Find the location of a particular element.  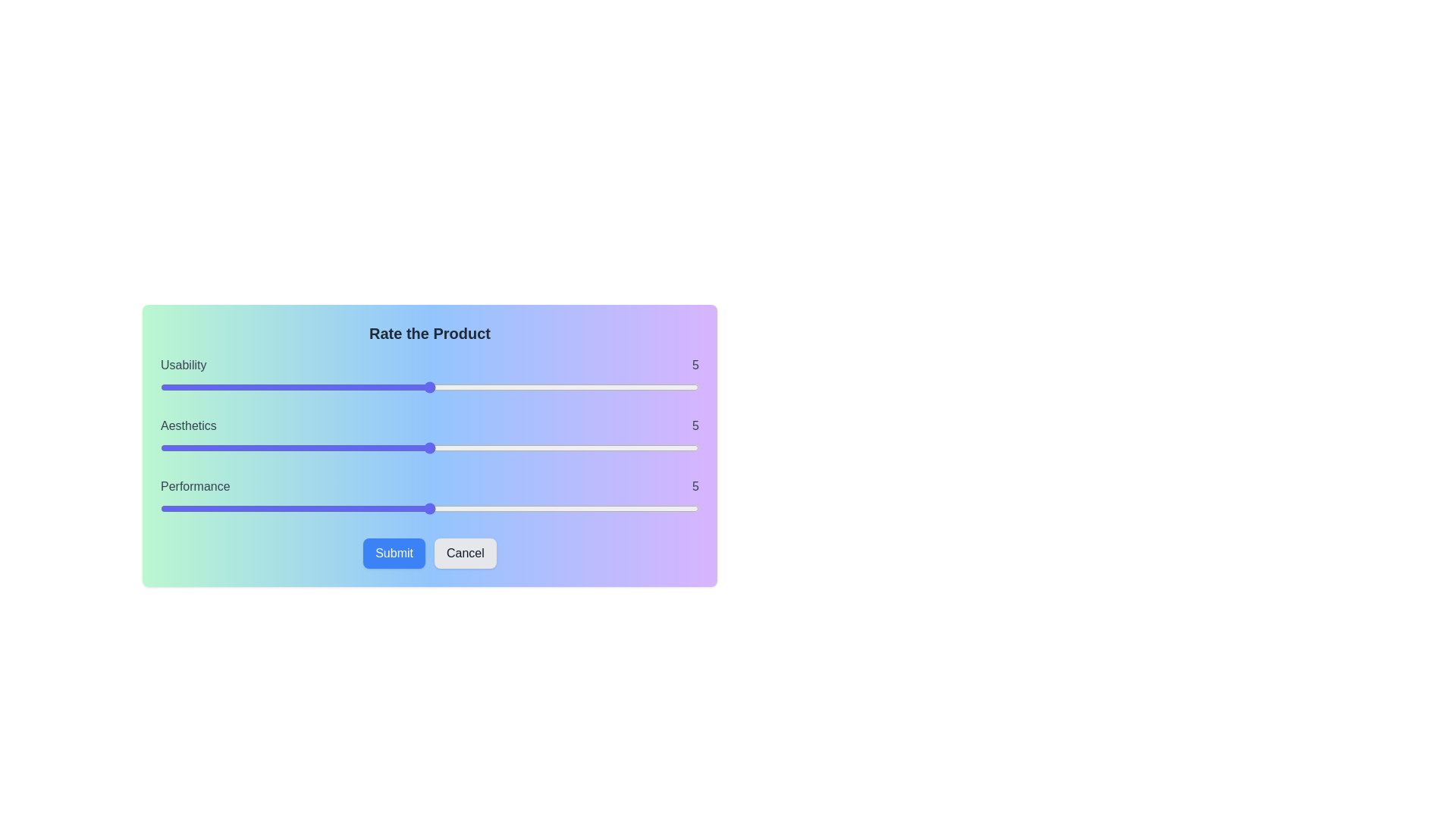

the slider to set the usability rating to 4 is located at coordinates (375, 386).